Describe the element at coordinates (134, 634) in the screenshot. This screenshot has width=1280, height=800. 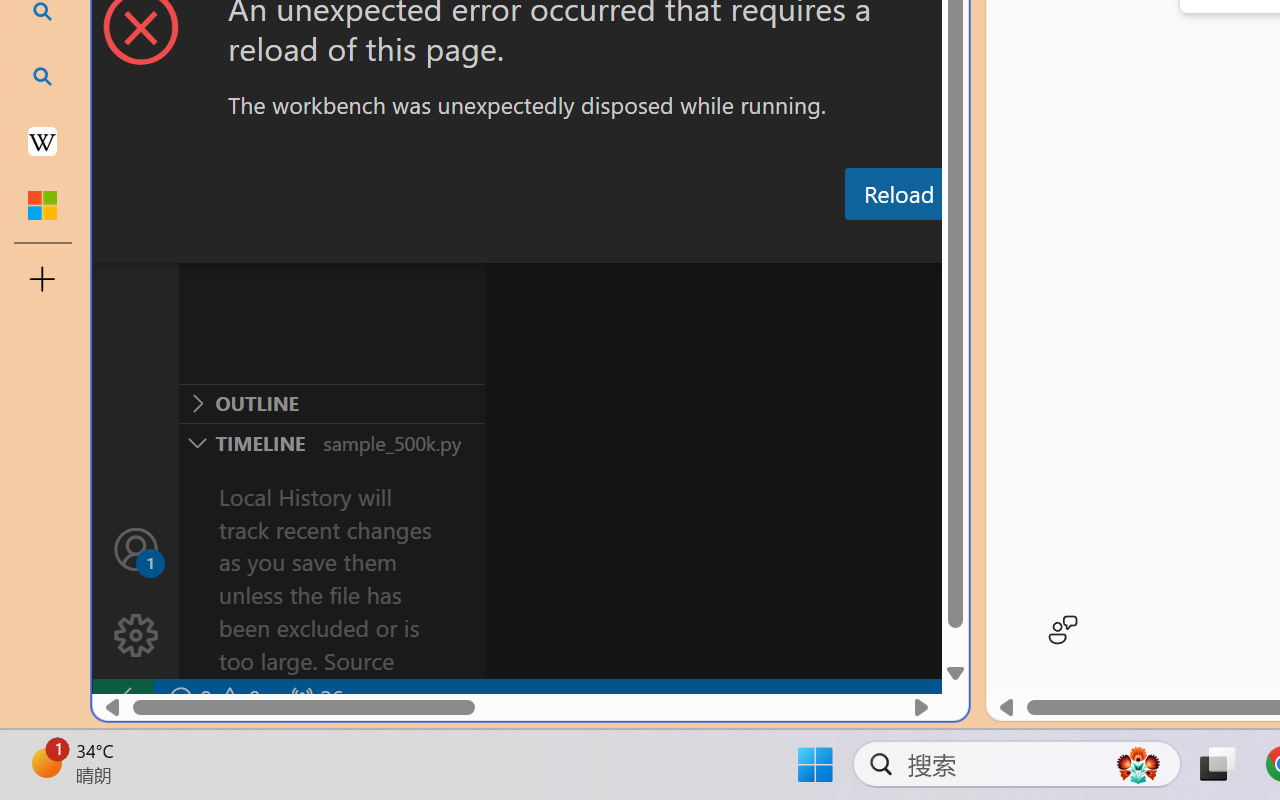
I see `'Manage'` at that location.